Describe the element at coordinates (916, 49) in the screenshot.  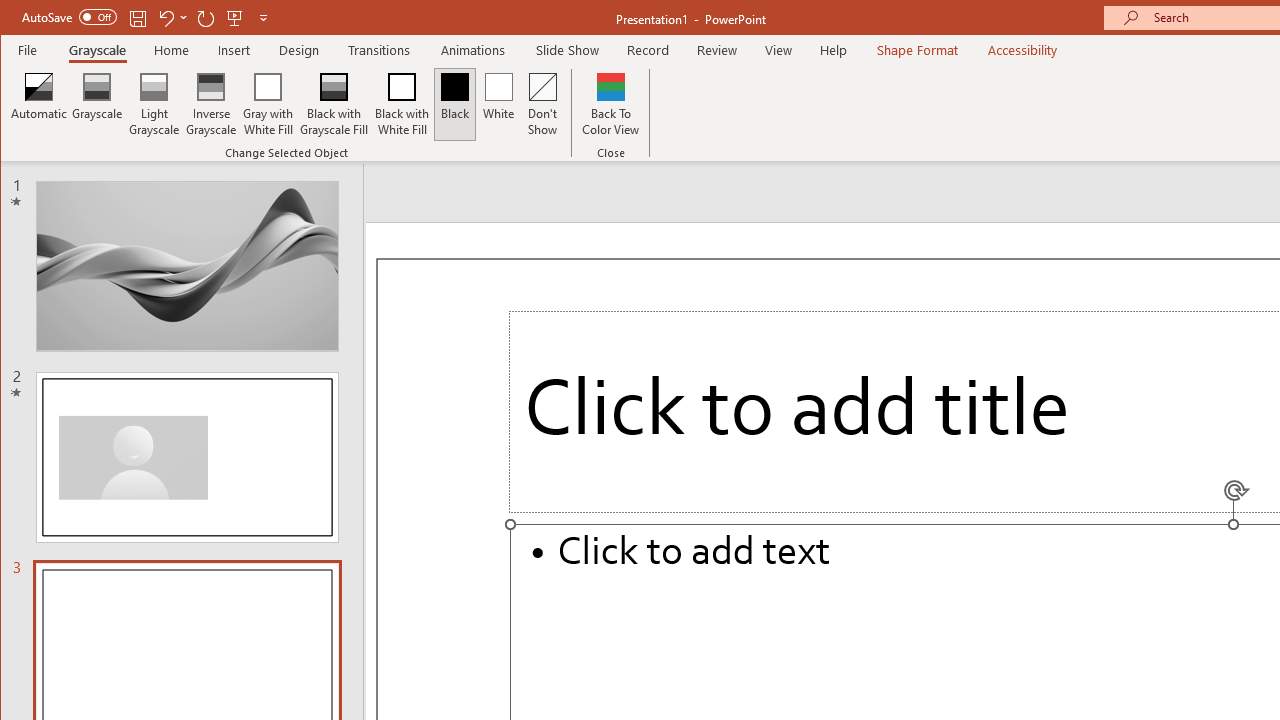
I see `'Shape Format'` at that location.